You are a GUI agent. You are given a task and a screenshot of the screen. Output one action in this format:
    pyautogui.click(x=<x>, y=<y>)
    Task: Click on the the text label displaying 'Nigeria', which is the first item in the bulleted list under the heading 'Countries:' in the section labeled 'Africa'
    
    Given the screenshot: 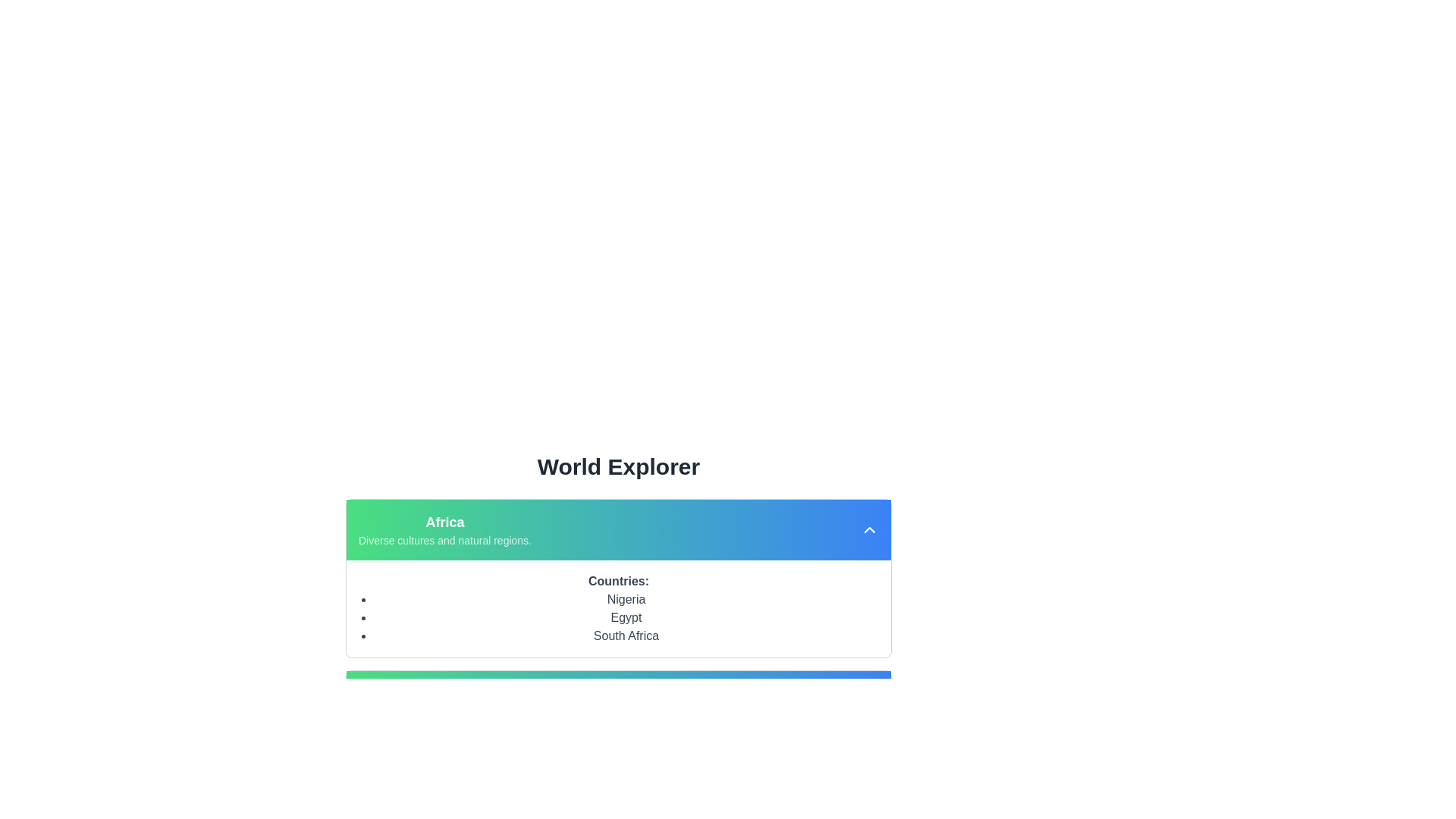 What is the action you would take?
    pyautogui.click(x=626, y=598)
    